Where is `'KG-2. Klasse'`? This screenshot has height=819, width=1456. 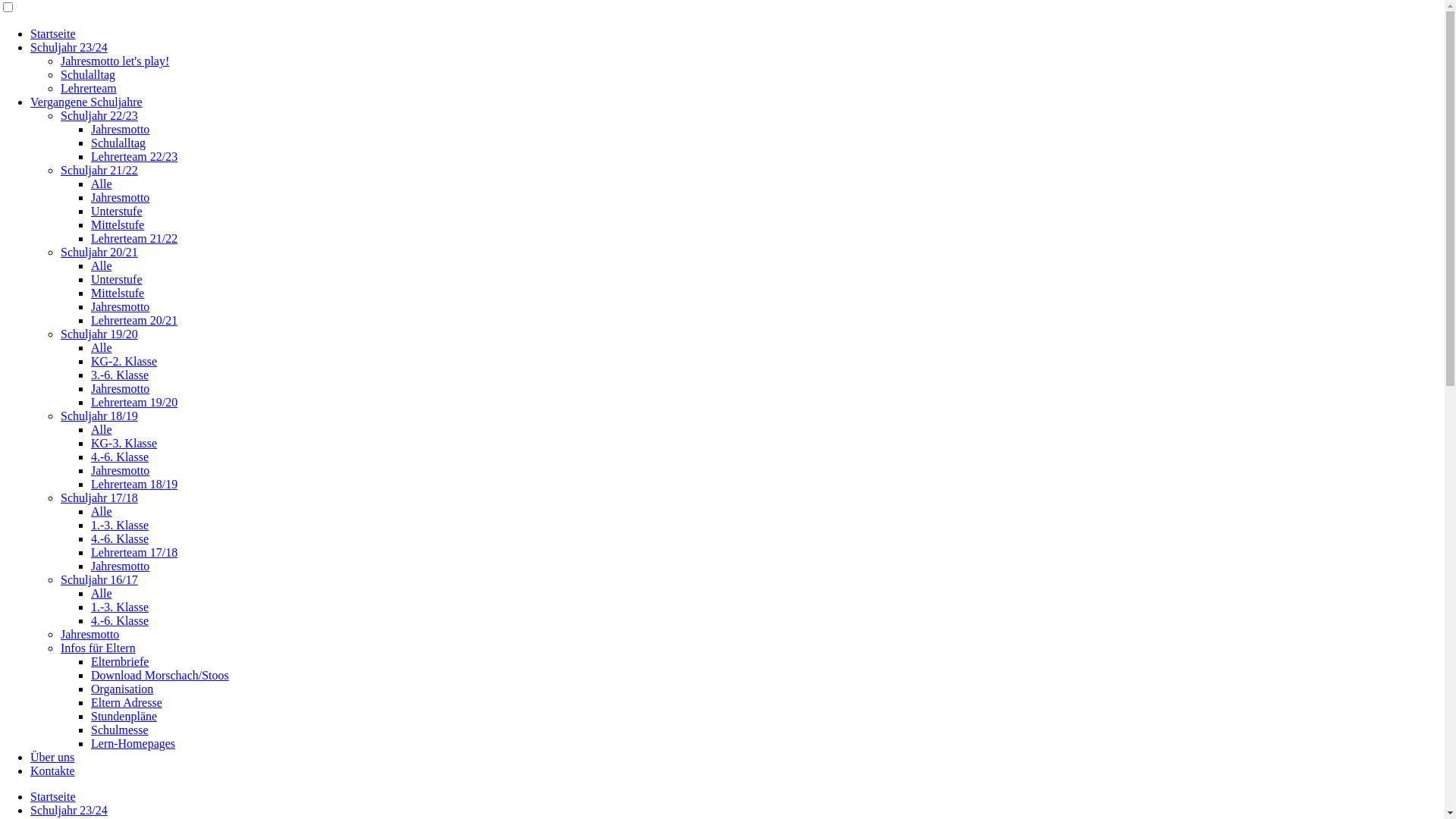
'KG-2. Klasse' is located at coordinates (90, 361).